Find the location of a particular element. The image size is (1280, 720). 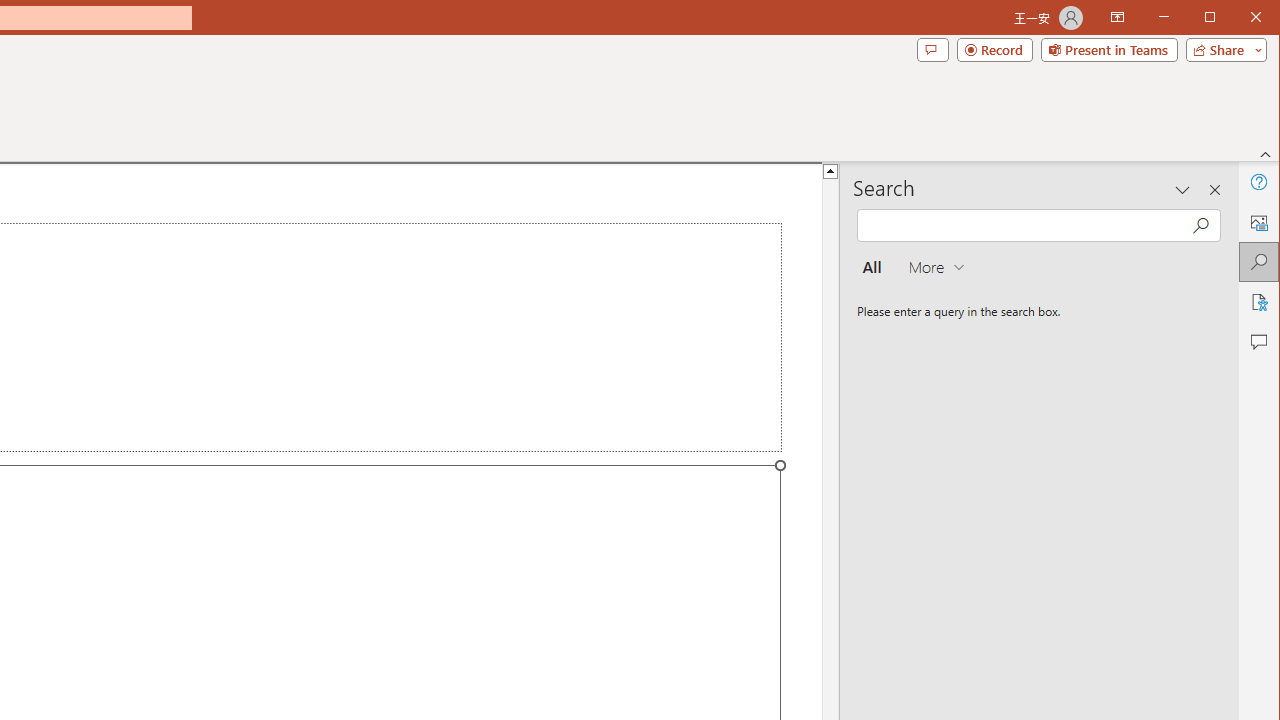

'Collapse the Ribbon' is located at coordinates (1265, 153).